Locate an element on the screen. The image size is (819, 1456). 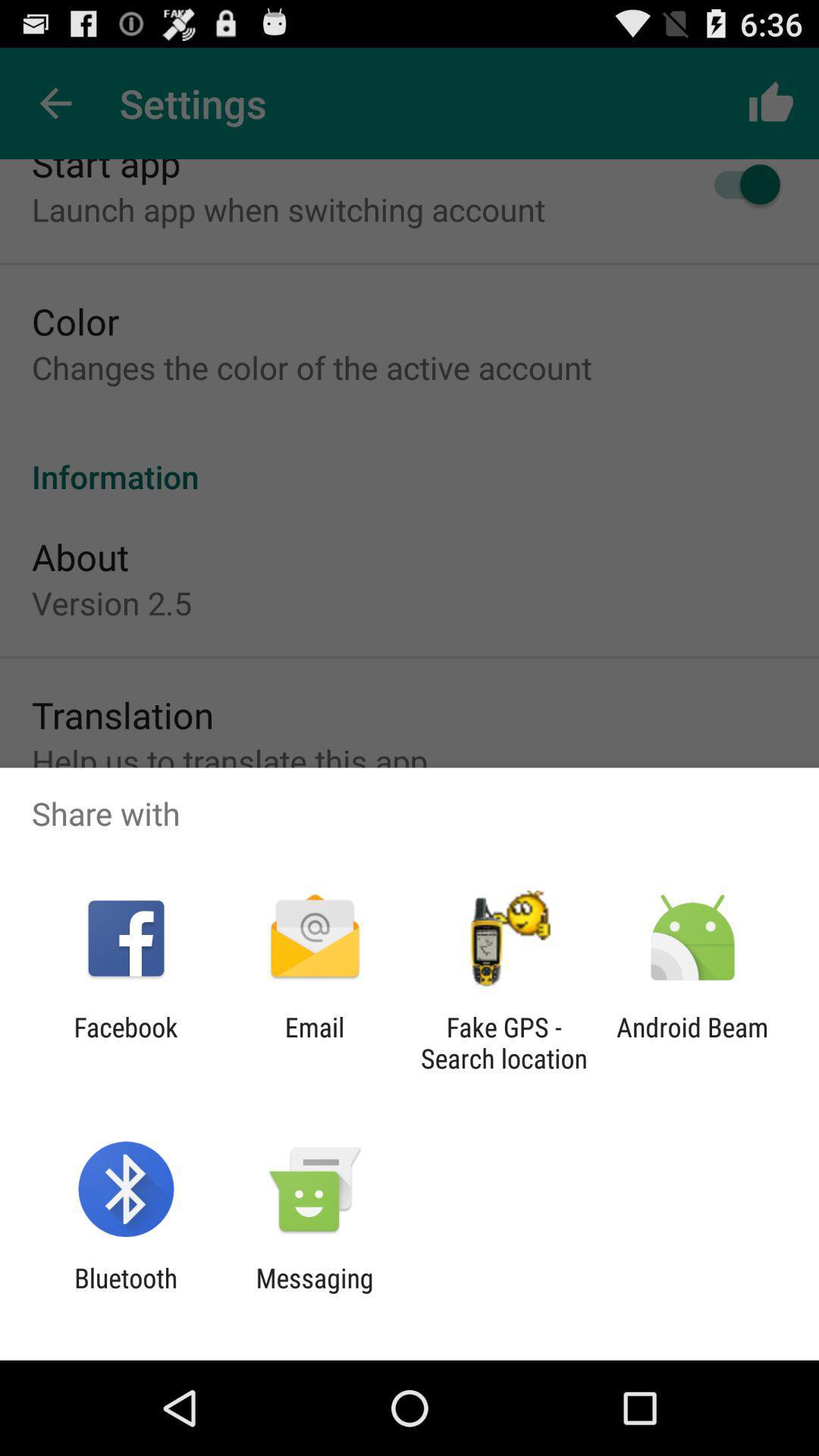
the email app is located at coordinates (314, 1042).